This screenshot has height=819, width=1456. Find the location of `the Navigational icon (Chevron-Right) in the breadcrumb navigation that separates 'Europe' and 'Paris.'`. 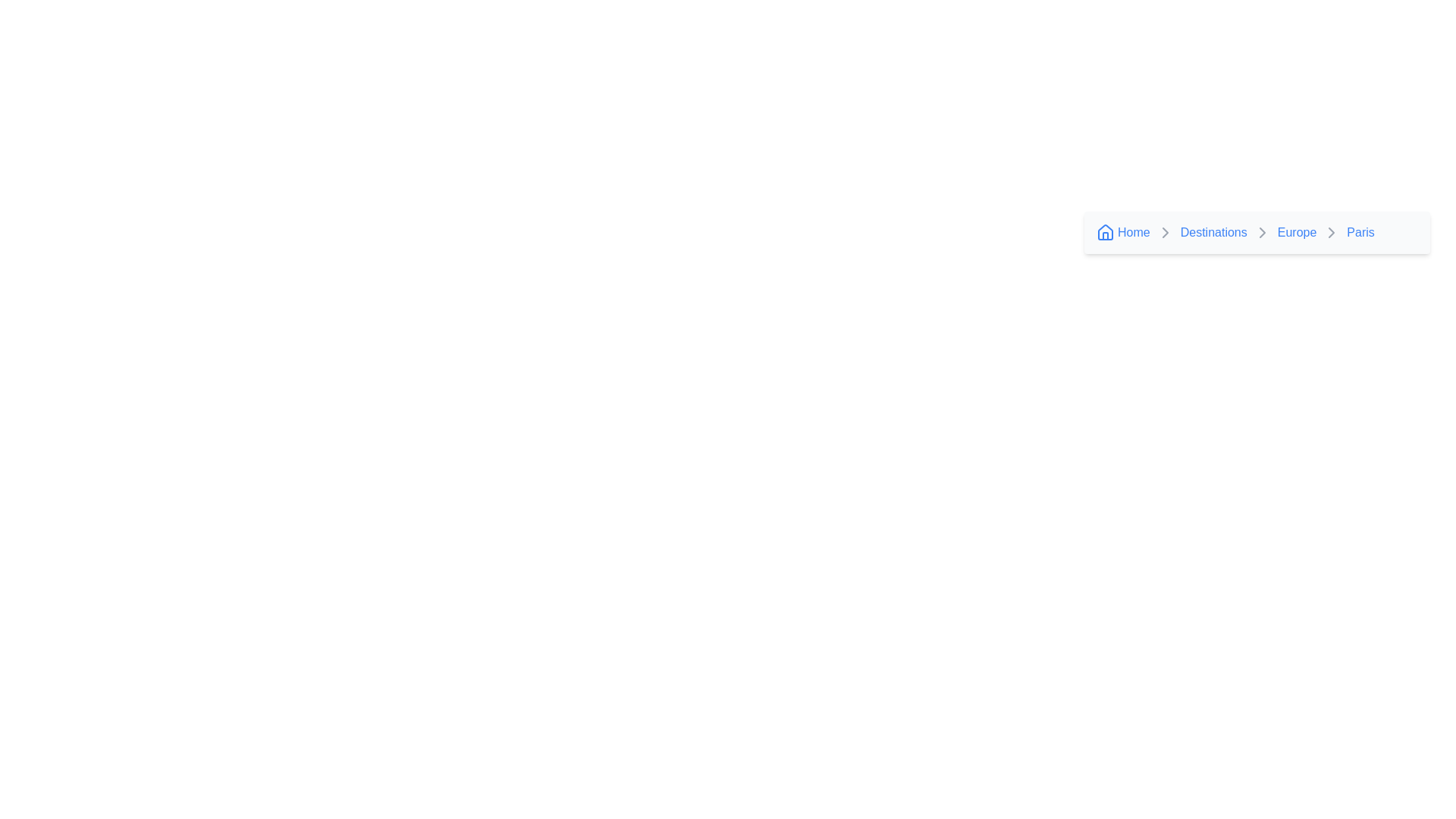

the Navigational icon (Chevron-Right) in the breadcrumb navigation that separates 'Europe' and 'Paris.' is located at coordinates (1164, 233).